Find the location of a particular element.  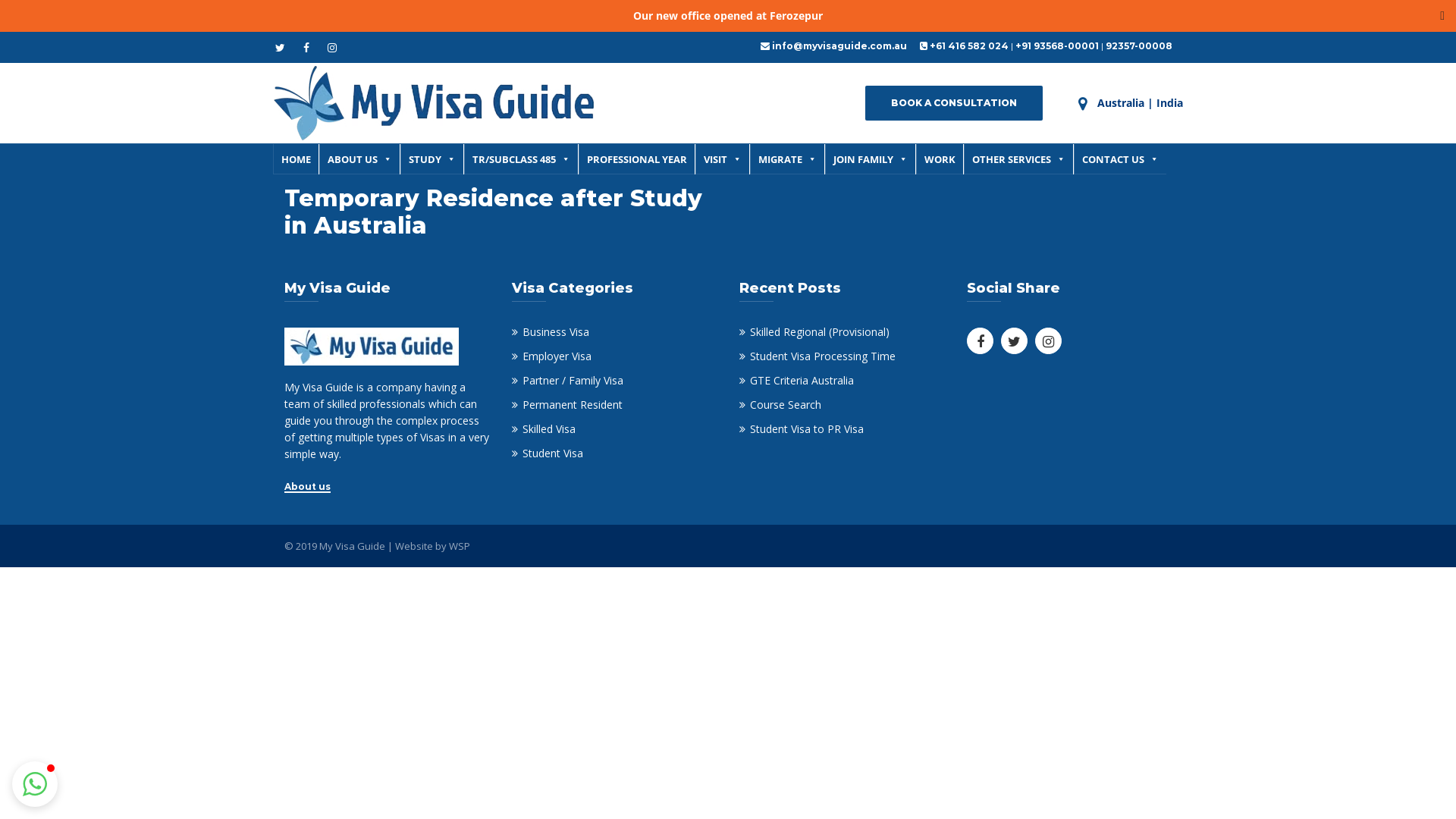

'About us' is located at coordinates (306, 487).